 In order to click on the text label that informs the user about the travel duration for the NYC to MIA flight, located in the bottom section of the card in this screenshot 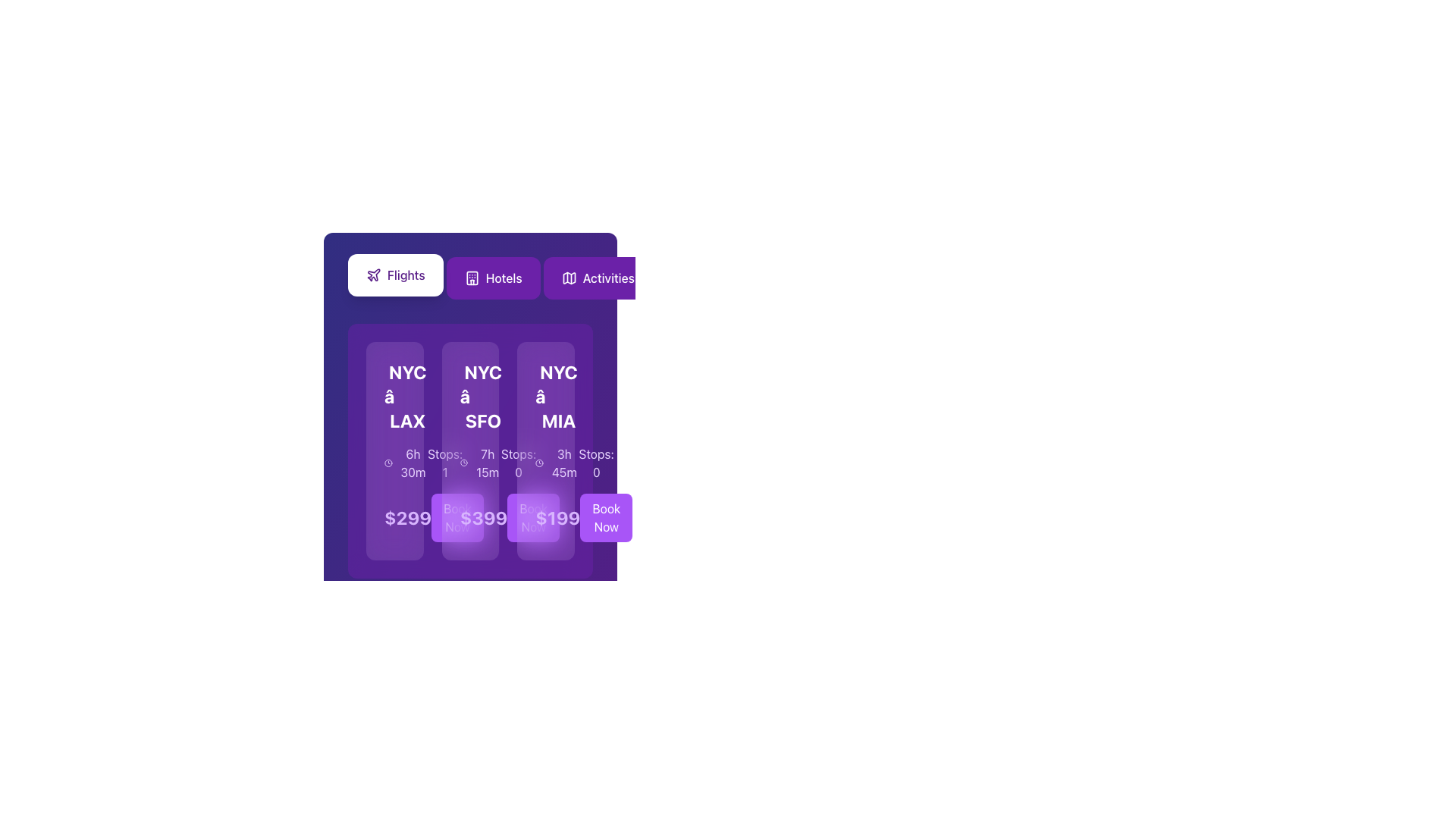, I will do `click(563, 462)`.